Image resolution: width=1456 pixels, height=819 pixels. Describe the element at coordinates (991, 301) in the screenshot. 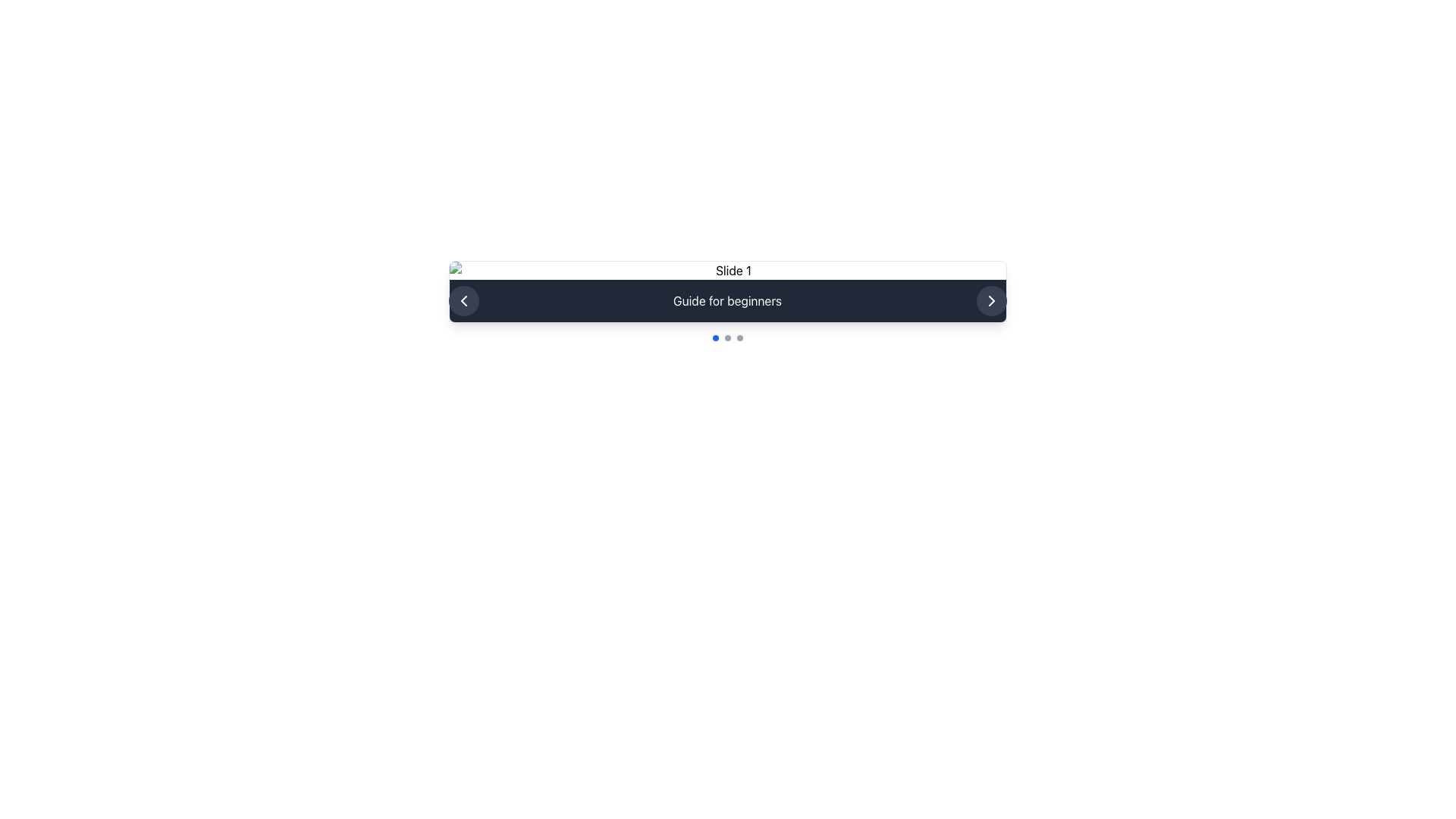

I see `the right-facing chevron icon located inside a circular button on the right side of the navigation bar` at that location.